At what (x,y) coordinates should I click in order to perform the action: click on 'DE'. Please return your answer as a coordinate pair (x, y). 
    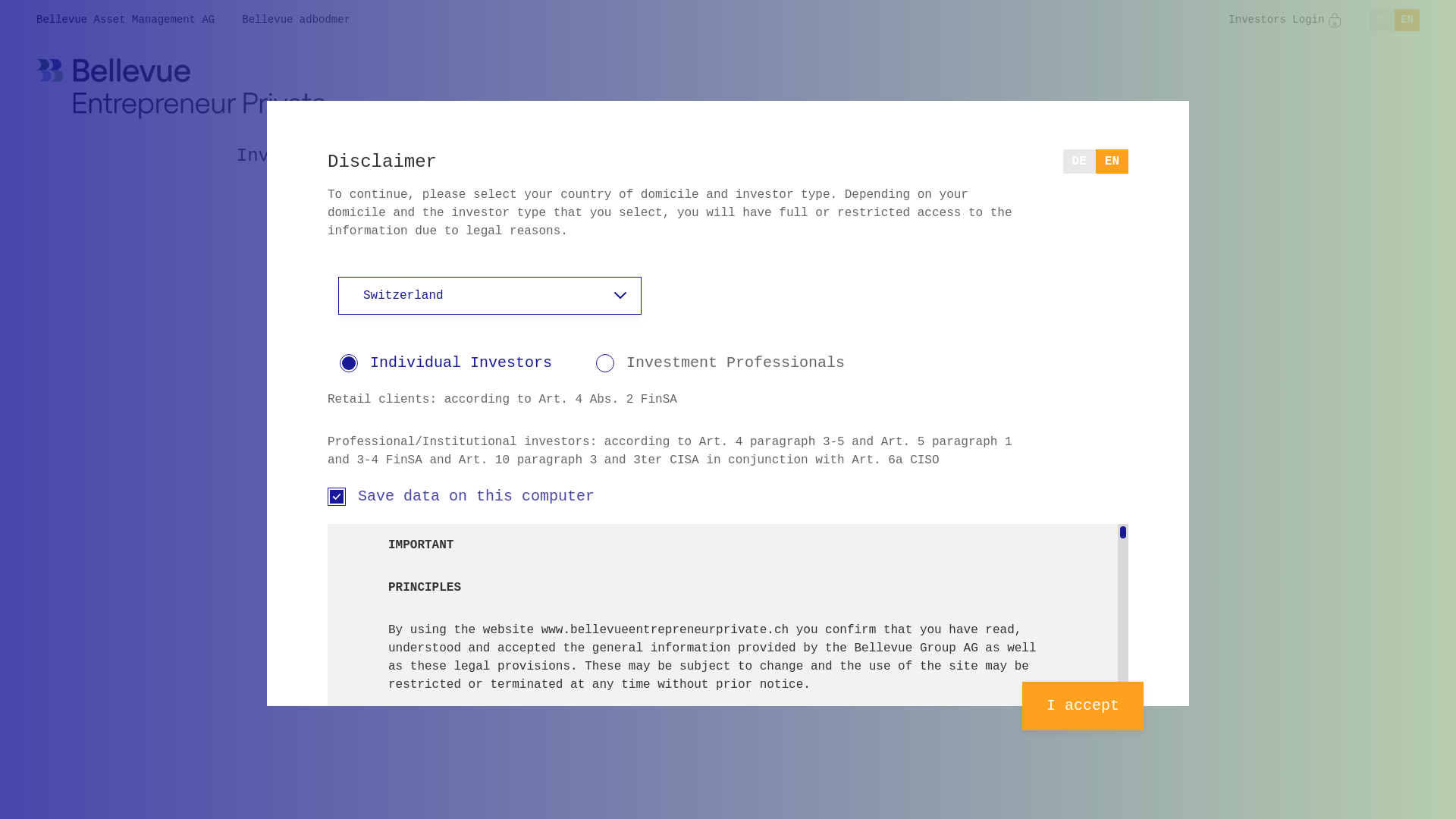
    Looking at the image, I should click on (1369, 20).